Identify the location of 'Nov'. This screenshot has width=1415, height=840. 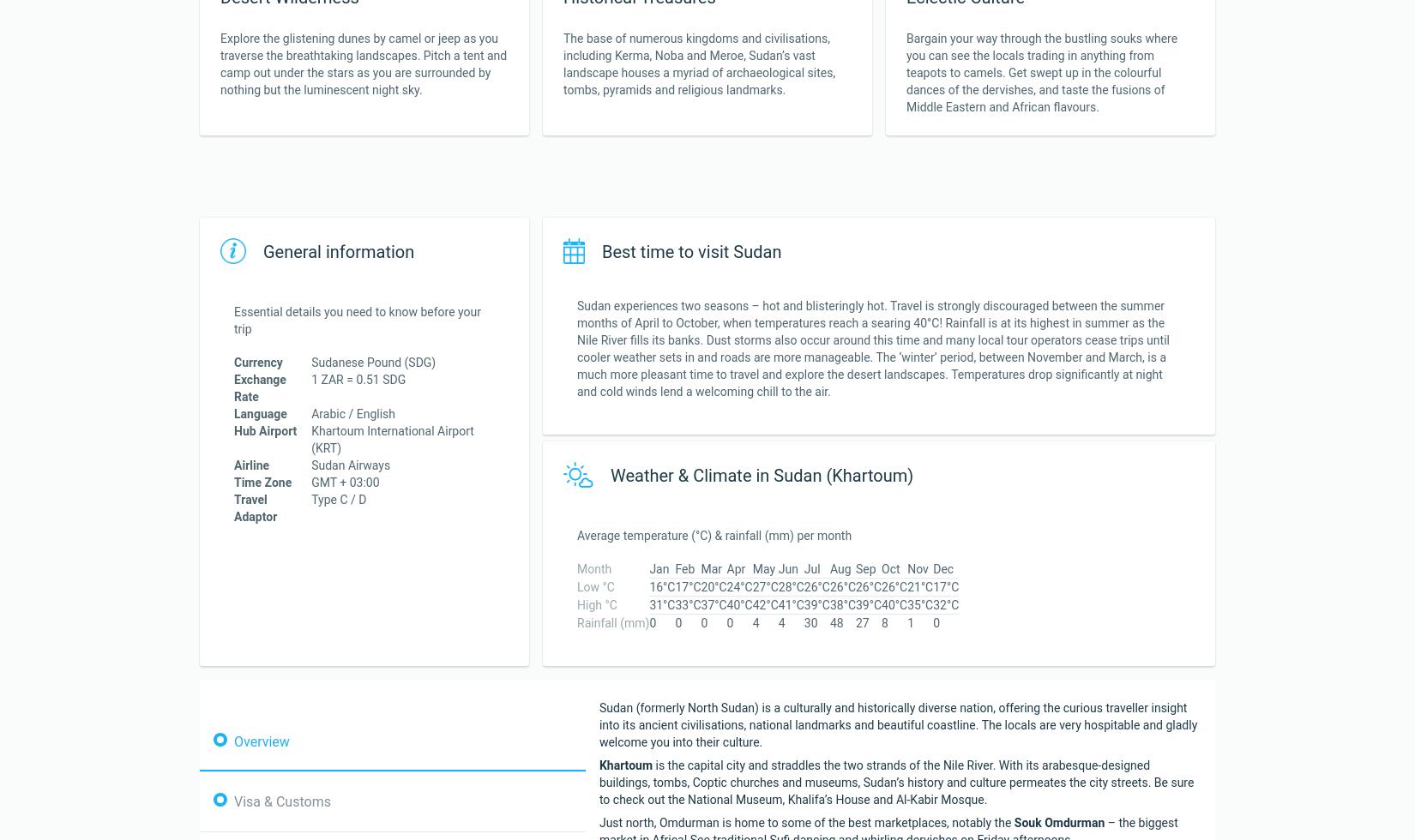
(918, 567).